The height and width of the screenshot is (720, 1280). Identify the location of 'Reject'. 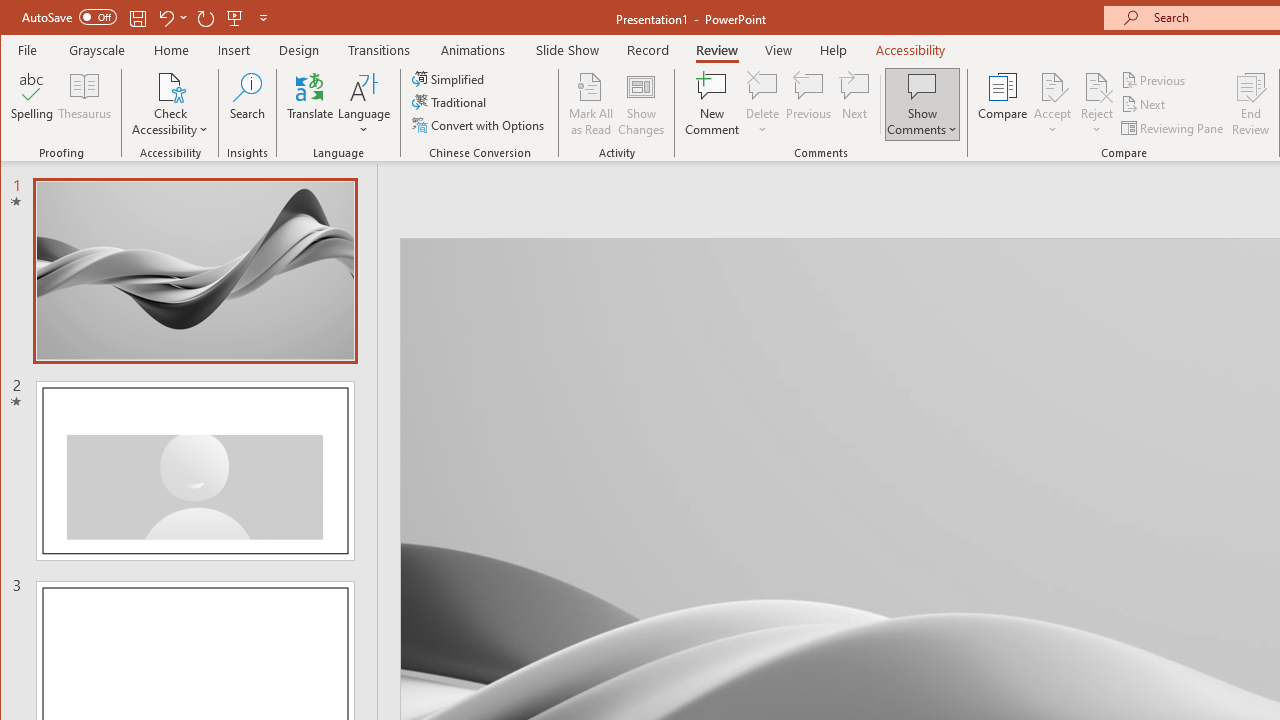
(1095, 104).